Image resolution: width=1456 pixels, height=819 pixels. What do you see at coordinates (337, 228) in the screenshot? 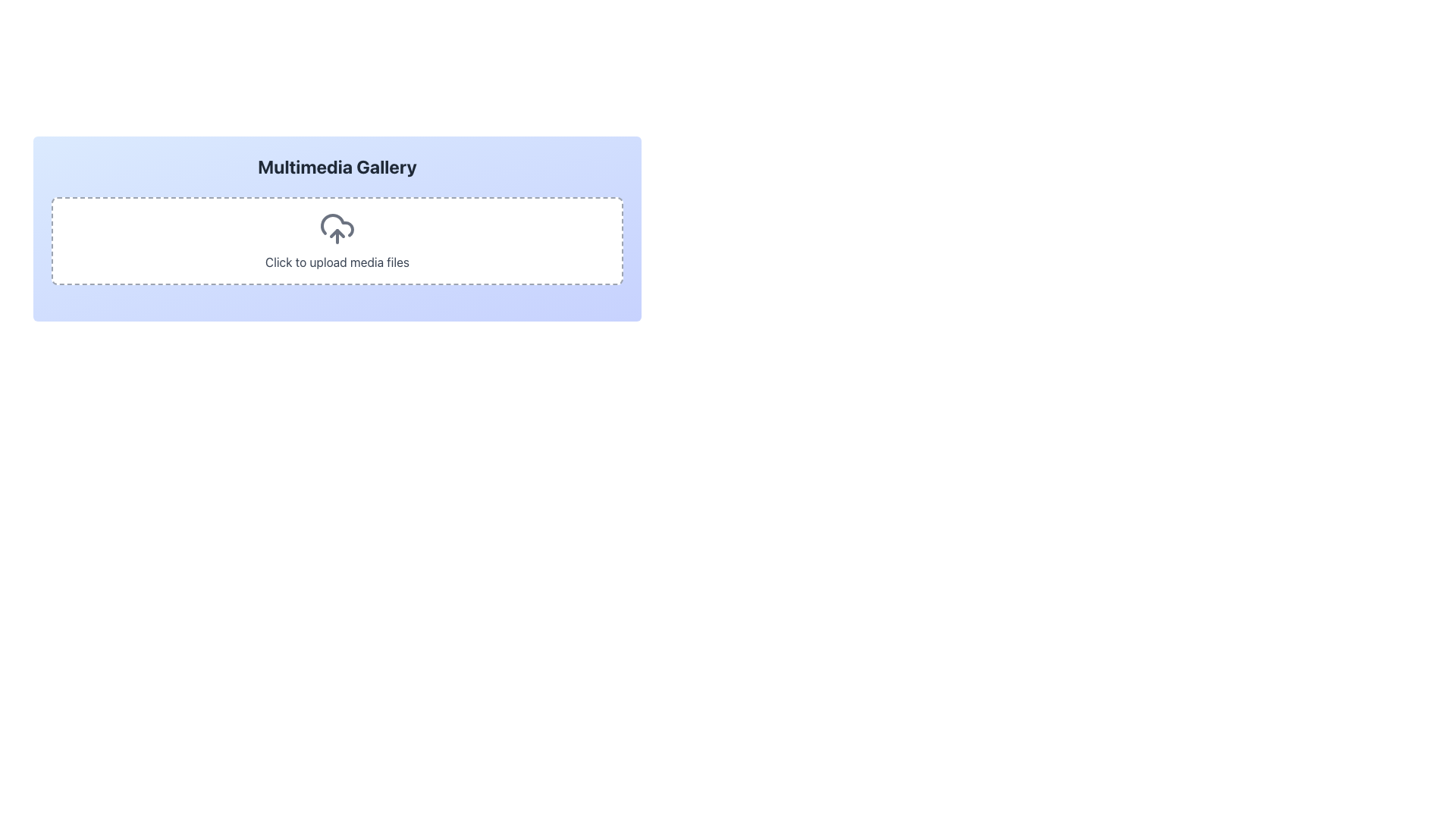
I see `the cloud-shaped upload icon, which is centered inside a dashed box labeled 'Click to upload media files'` at bounding box center [337, 228].